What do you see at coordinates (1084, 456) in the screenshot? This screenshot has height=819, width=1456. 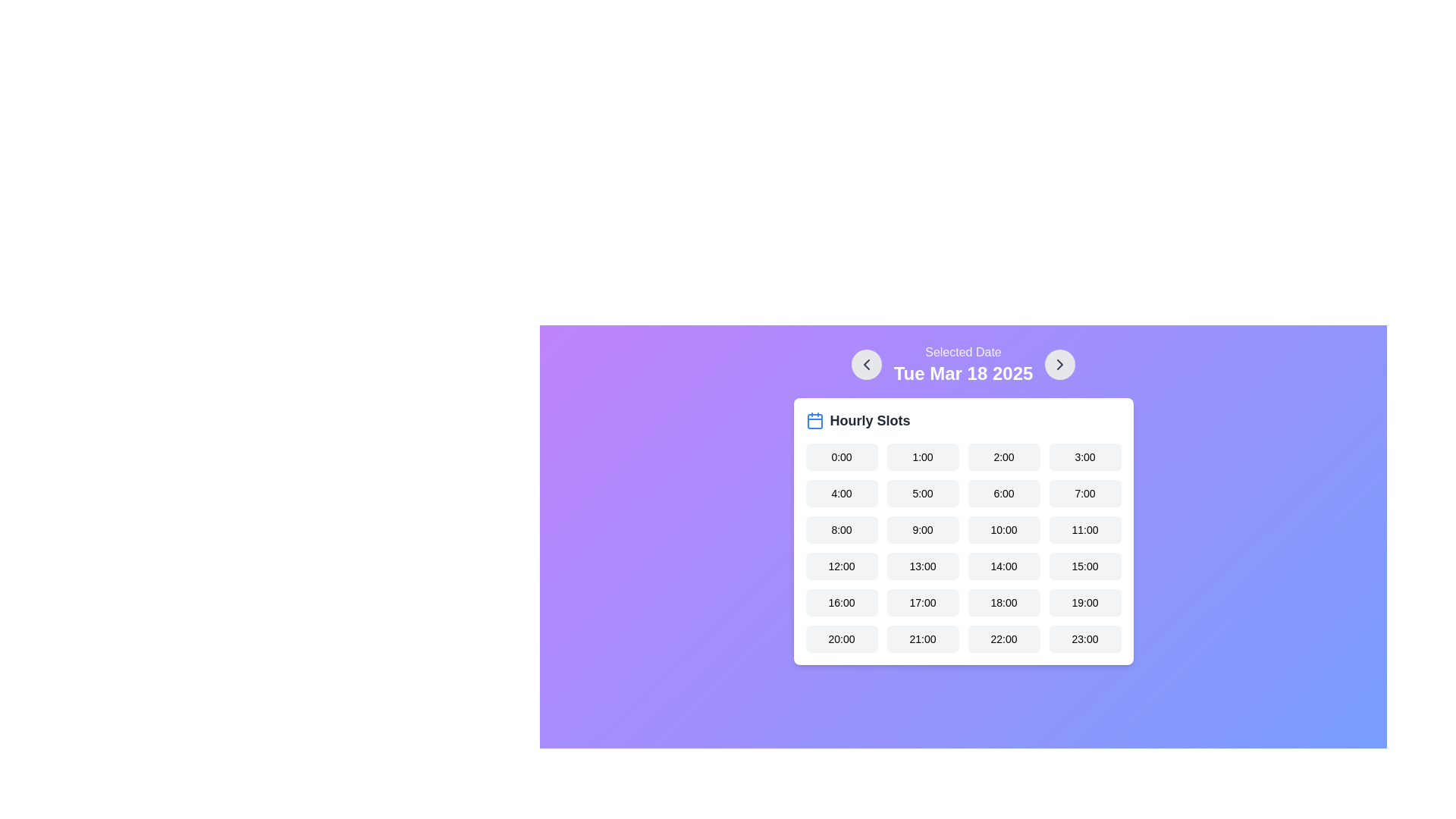 I see `the '3:00' time slot button located in the first row and fourth column of the 'Hourly Slots' section` at bounding box center [1084, 456].